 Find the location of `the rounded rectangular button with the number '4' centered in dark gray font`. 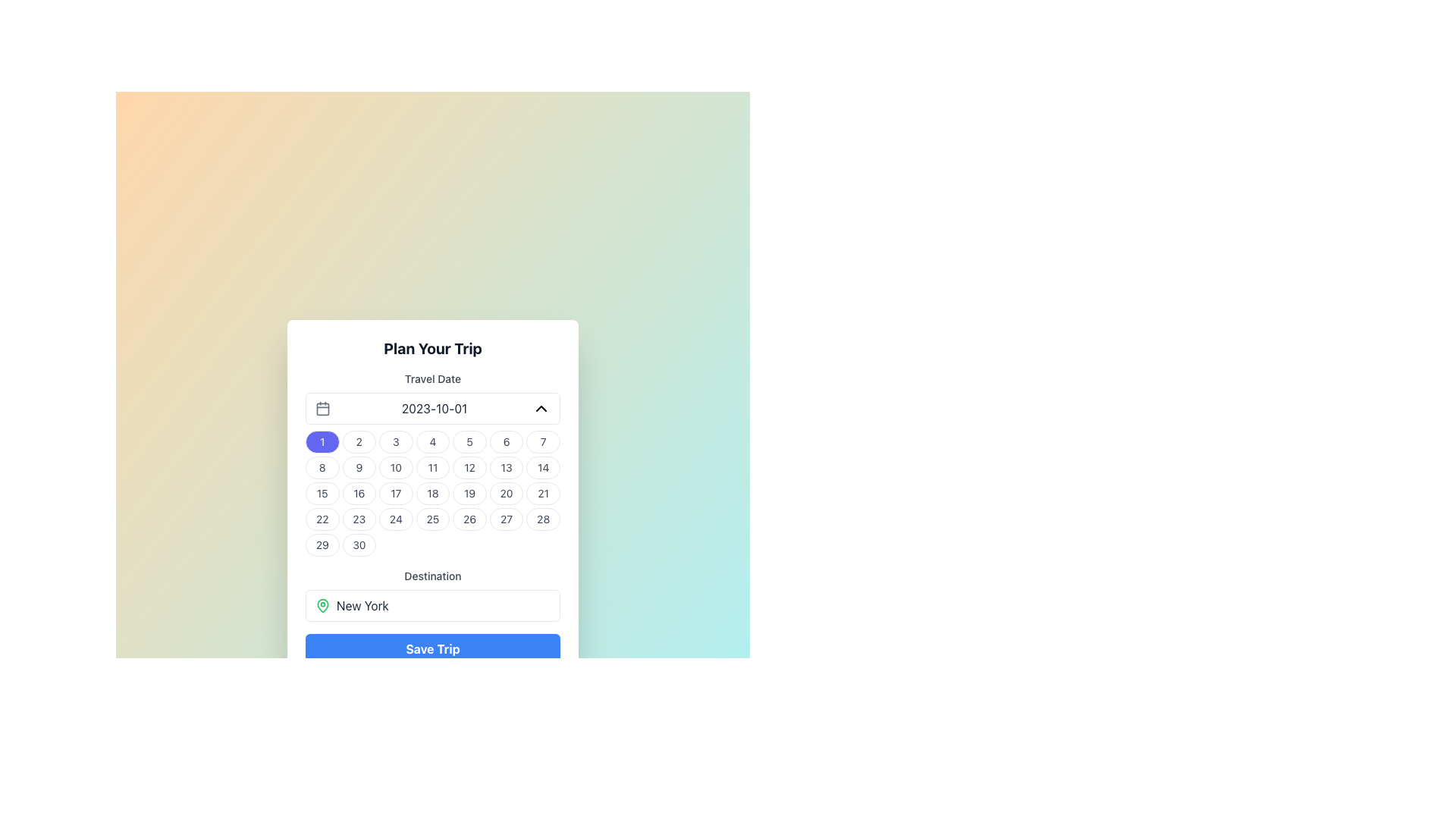

the rounded rectangular button with the number '4' centered in dark gray font is located at coordinates (432, 441).